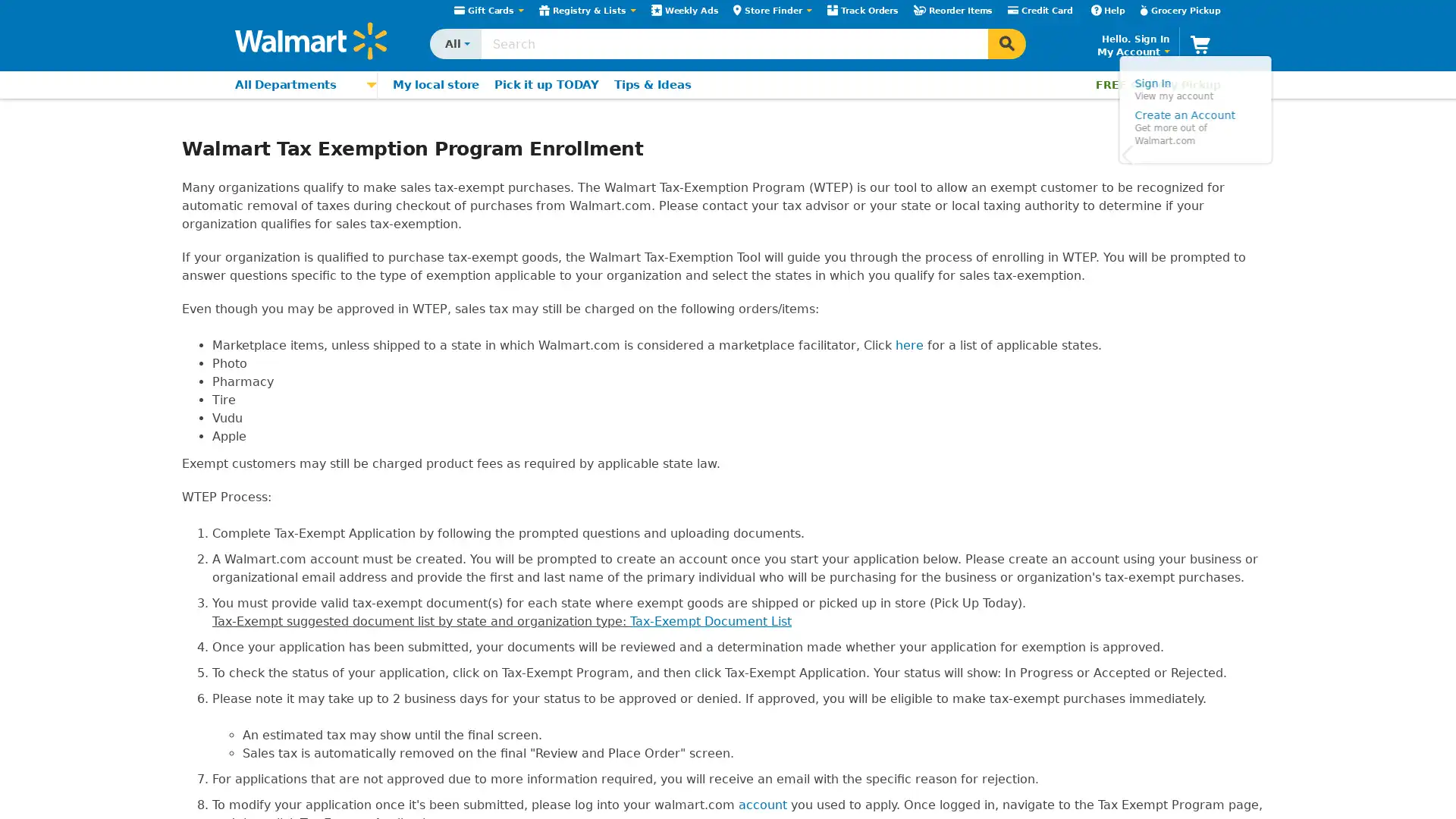 The width and height of the screenshot is (1456, 819). Describe the element at coordinates (294, 259) in the screenshot. I see `Baby` at that location.